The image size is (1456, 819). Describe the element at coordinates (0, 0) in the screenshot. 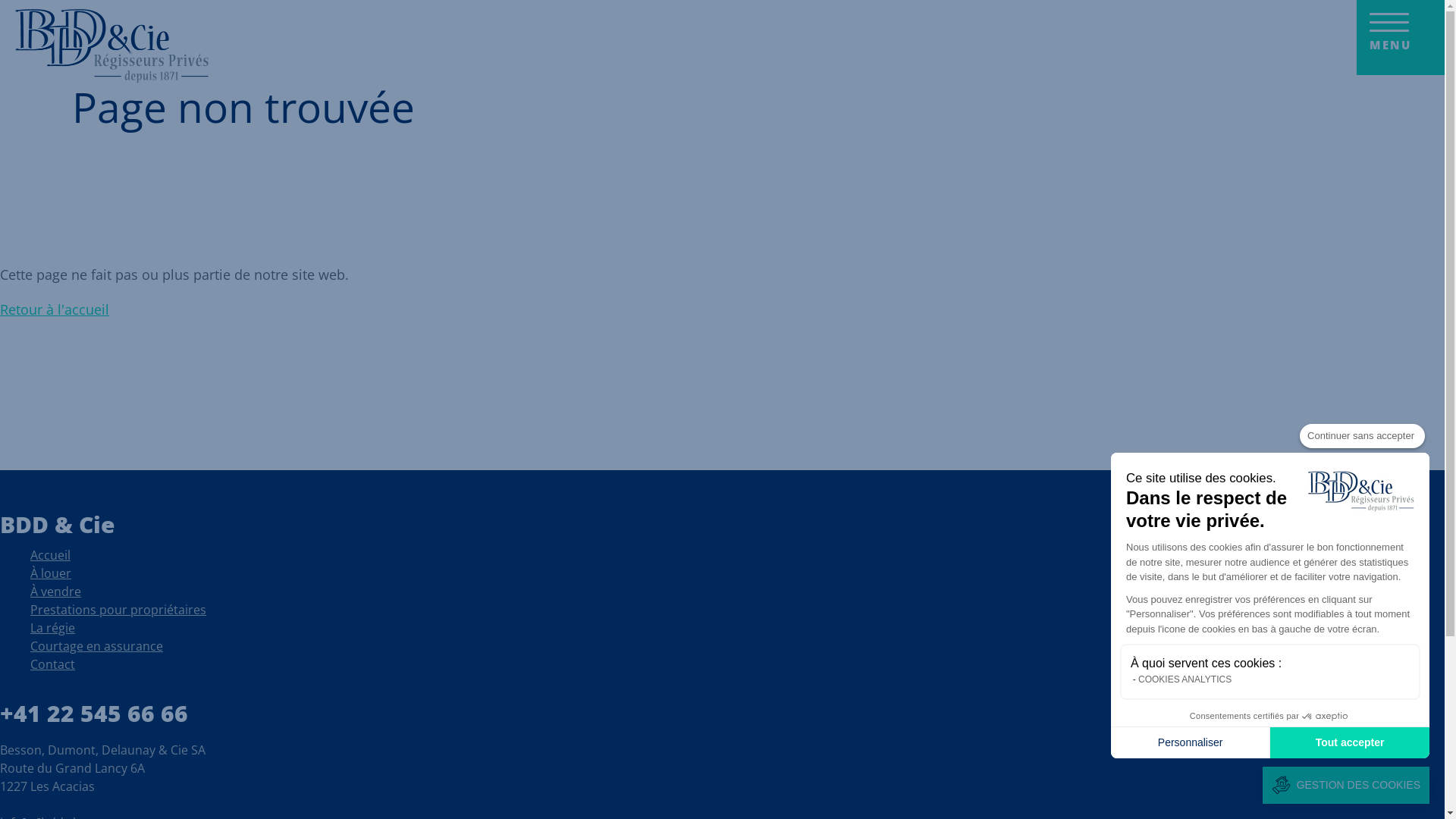

I see `'Aller au contenu principal'` at that location.